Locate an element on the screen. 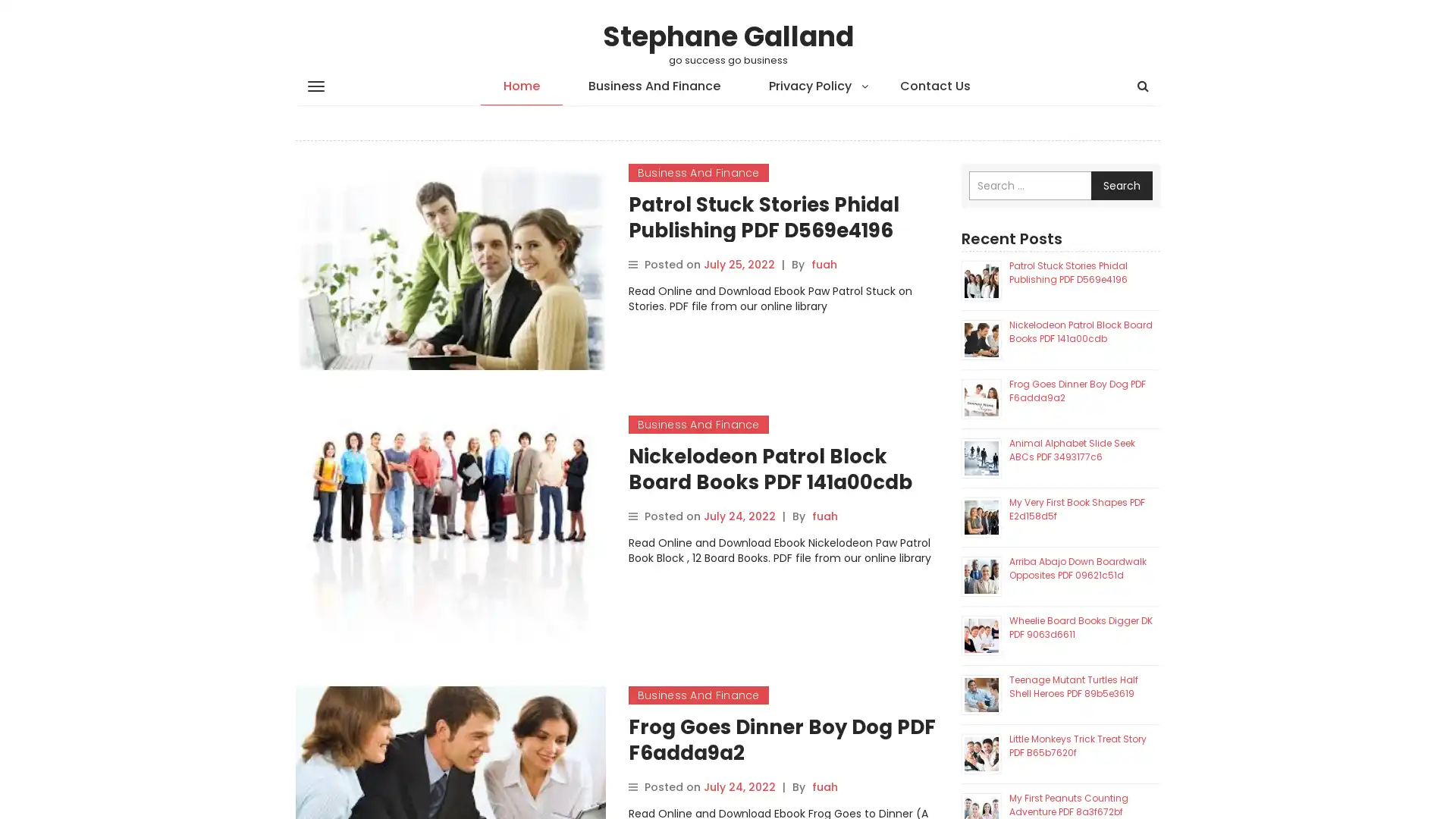 Image resolution: width=1456 pixels, height=819 pixels. Search is located at coordinates (1122, 185).